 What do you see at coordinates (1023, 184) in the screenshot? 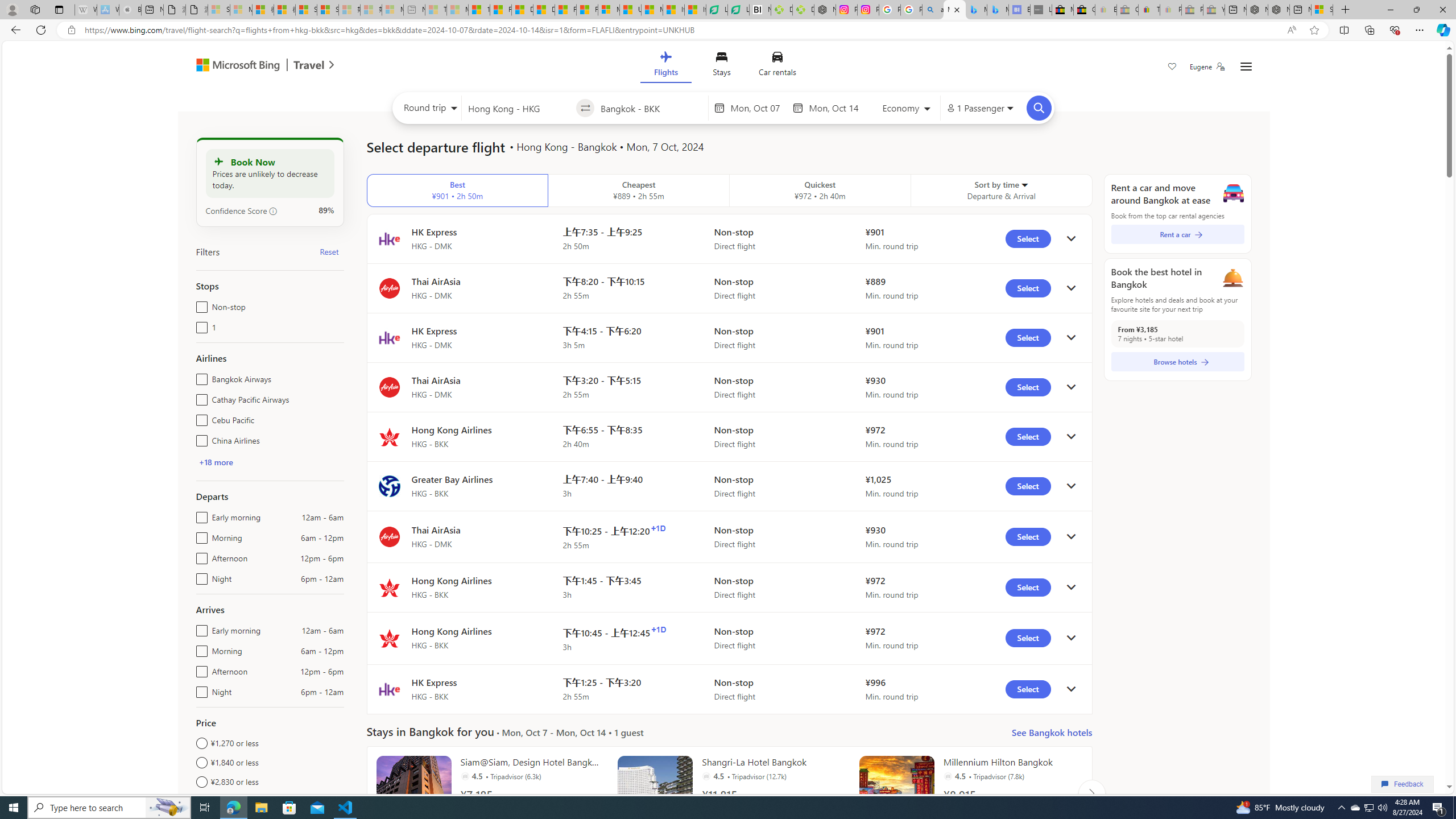
I see `'Sorter'` at bounding box center [1023, 184].